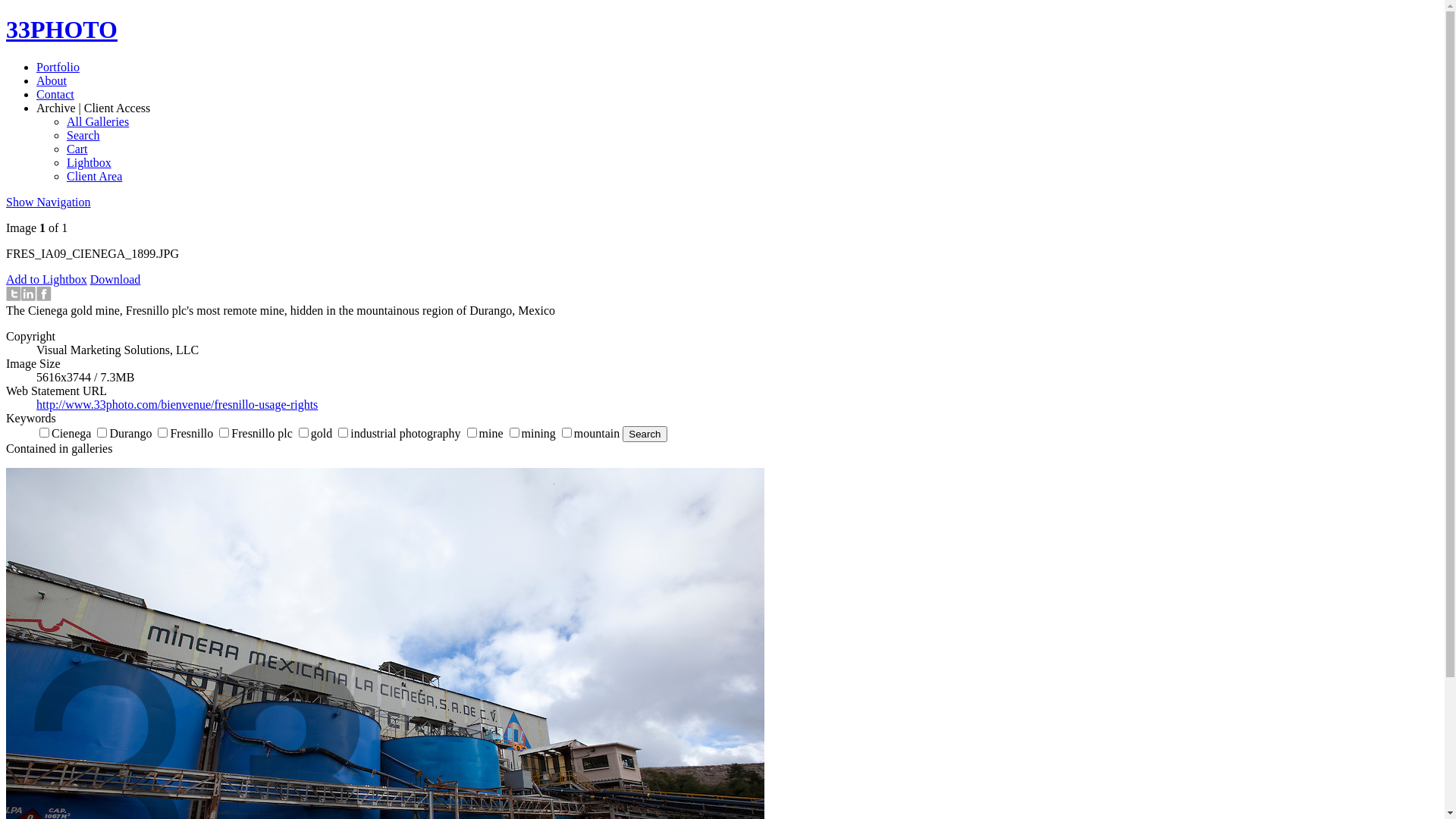 The width and height of the screenshot is (1456, 819). Describe the element at coordinates (97, 121) in the screenshot. I see `'All Galleries'` at that location.